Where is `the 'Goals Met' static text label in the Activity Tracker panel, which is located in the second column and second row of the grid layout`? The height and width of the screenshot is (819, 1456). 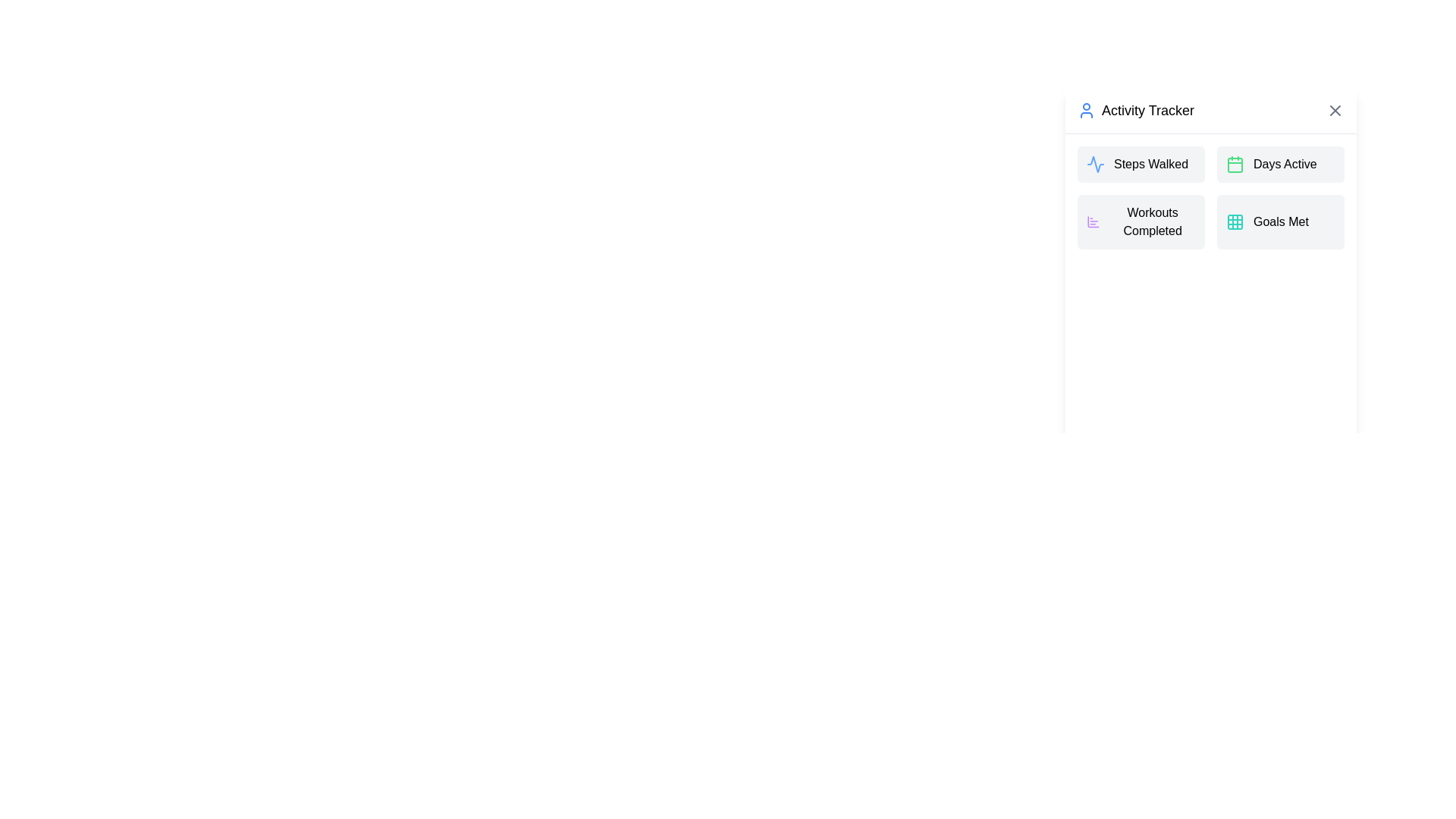 the 'Goals Met' static text label in the Activity Tracker panel, which is located in the second column and second row of the grid layout is located at coordinates (1280, 222).